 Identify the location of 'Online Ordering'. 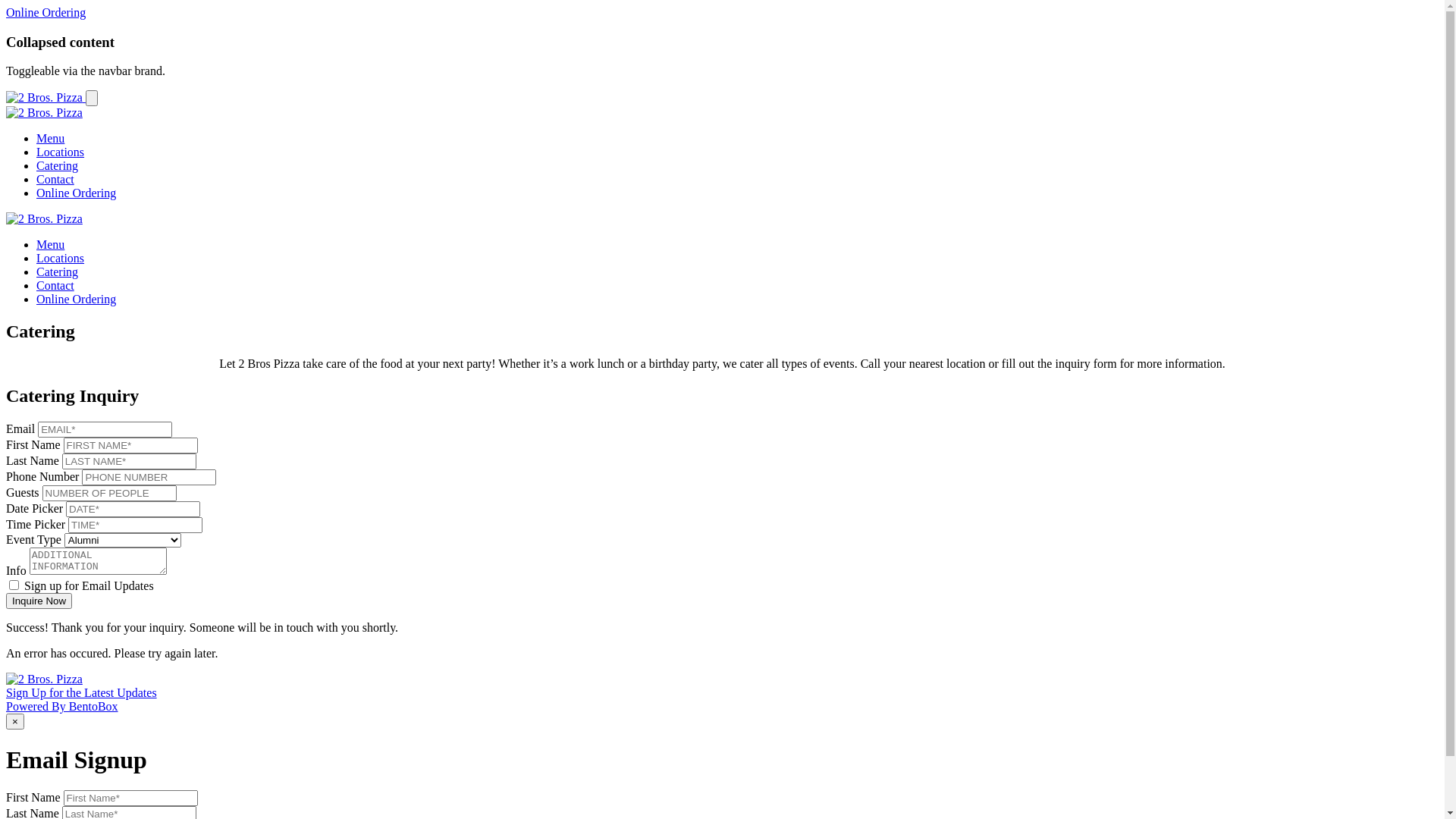
(6, 12).